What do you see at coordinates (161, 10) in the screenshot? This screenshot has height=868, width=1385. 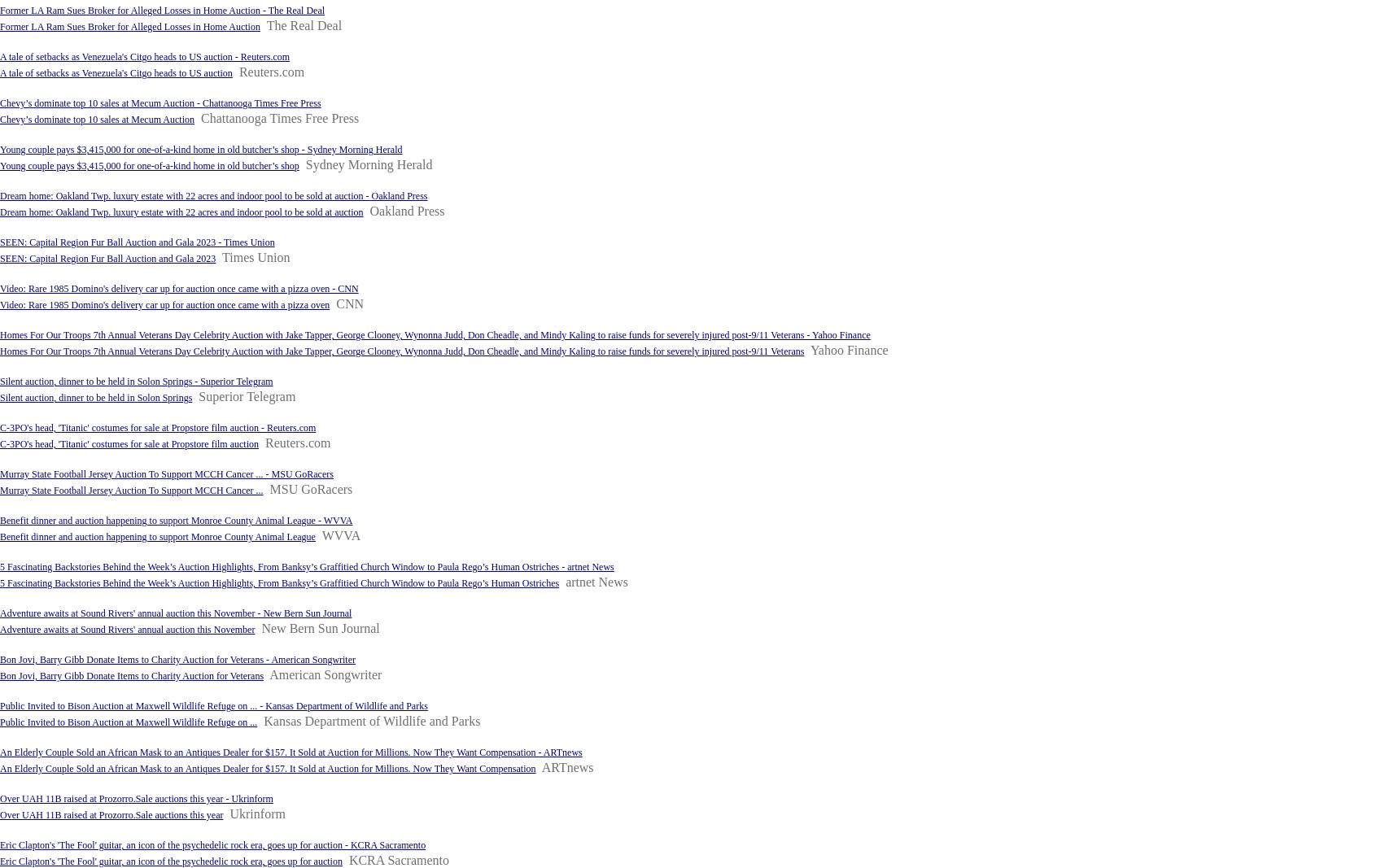 I see `'Former LA Ram Sues Broker for Alleged Losses in Home Auction - The Real Deal'` at bounding box center [161, 10].